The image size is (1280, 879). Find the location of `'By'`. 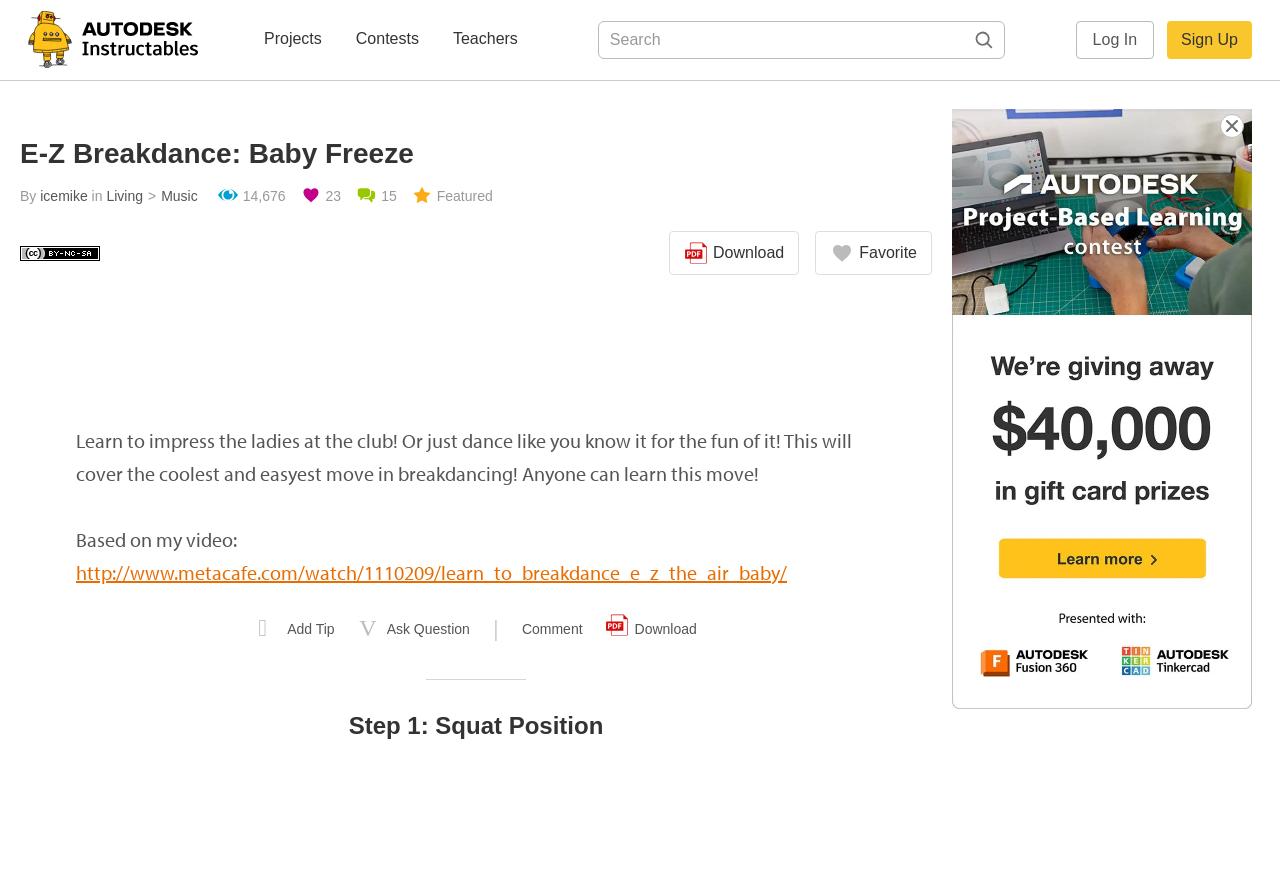

'By' is located at coordinates (29, 195).